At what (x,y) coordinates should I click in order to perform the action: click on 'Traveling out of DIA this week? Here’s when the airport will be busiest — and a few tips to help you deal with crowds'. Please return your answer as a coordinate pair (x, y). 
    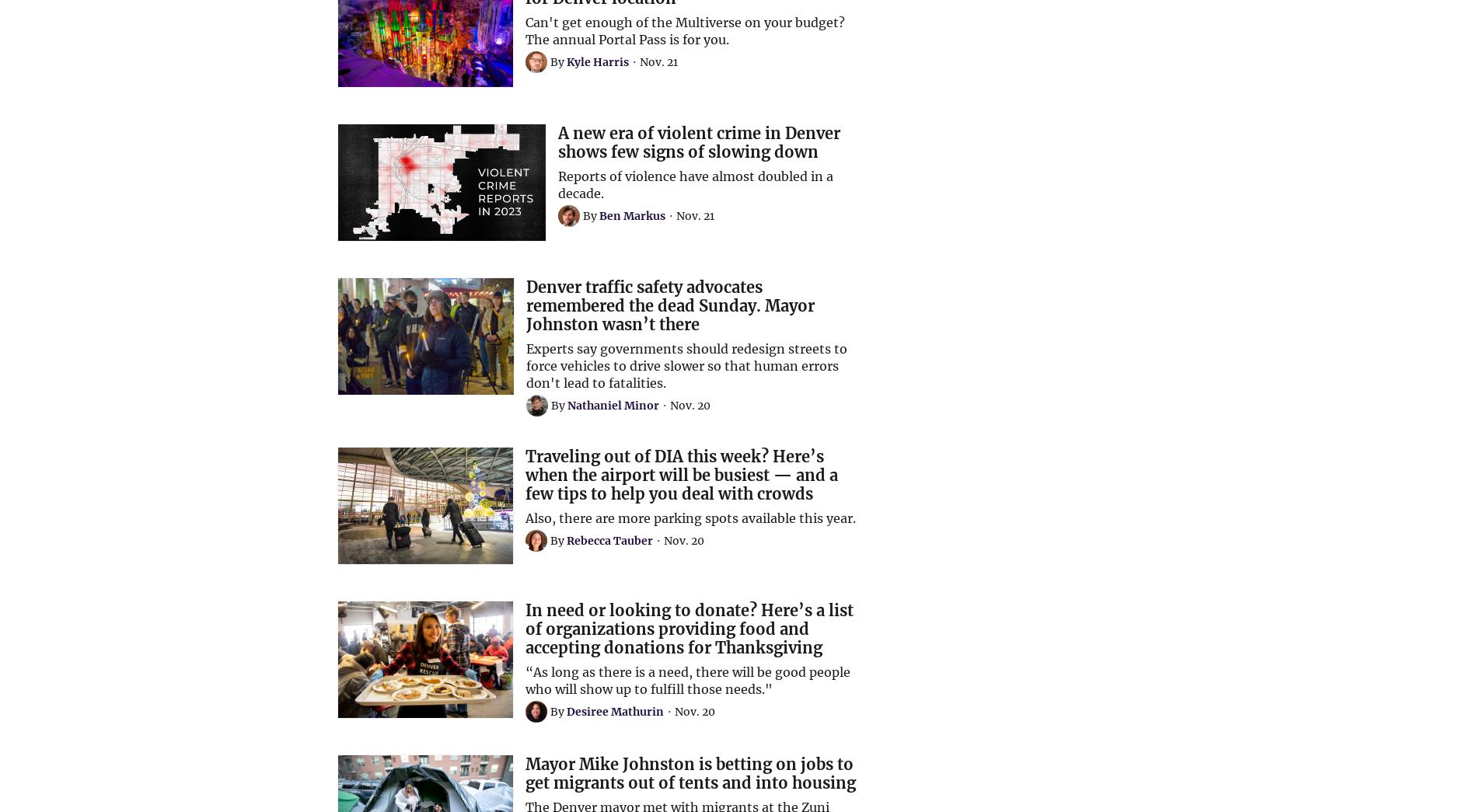
    Looking at the image, I should click on (681, 473).